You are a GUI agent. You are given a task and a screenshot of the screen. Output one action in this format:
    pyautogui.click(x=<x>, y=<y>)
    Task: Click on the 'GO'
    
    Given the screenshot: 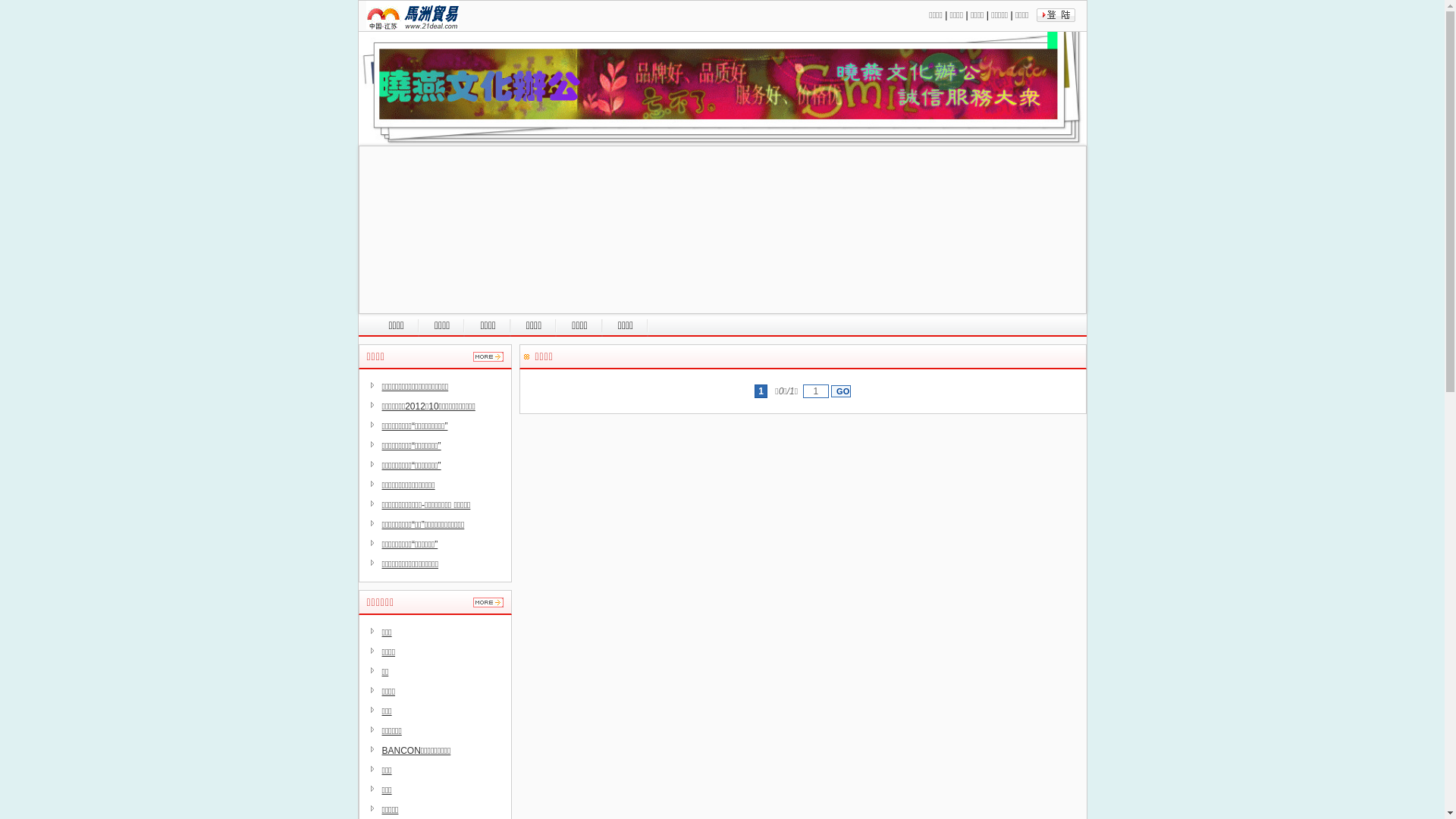 What is the action you would take?
    pyautogui.click(x=839, y=391)
    